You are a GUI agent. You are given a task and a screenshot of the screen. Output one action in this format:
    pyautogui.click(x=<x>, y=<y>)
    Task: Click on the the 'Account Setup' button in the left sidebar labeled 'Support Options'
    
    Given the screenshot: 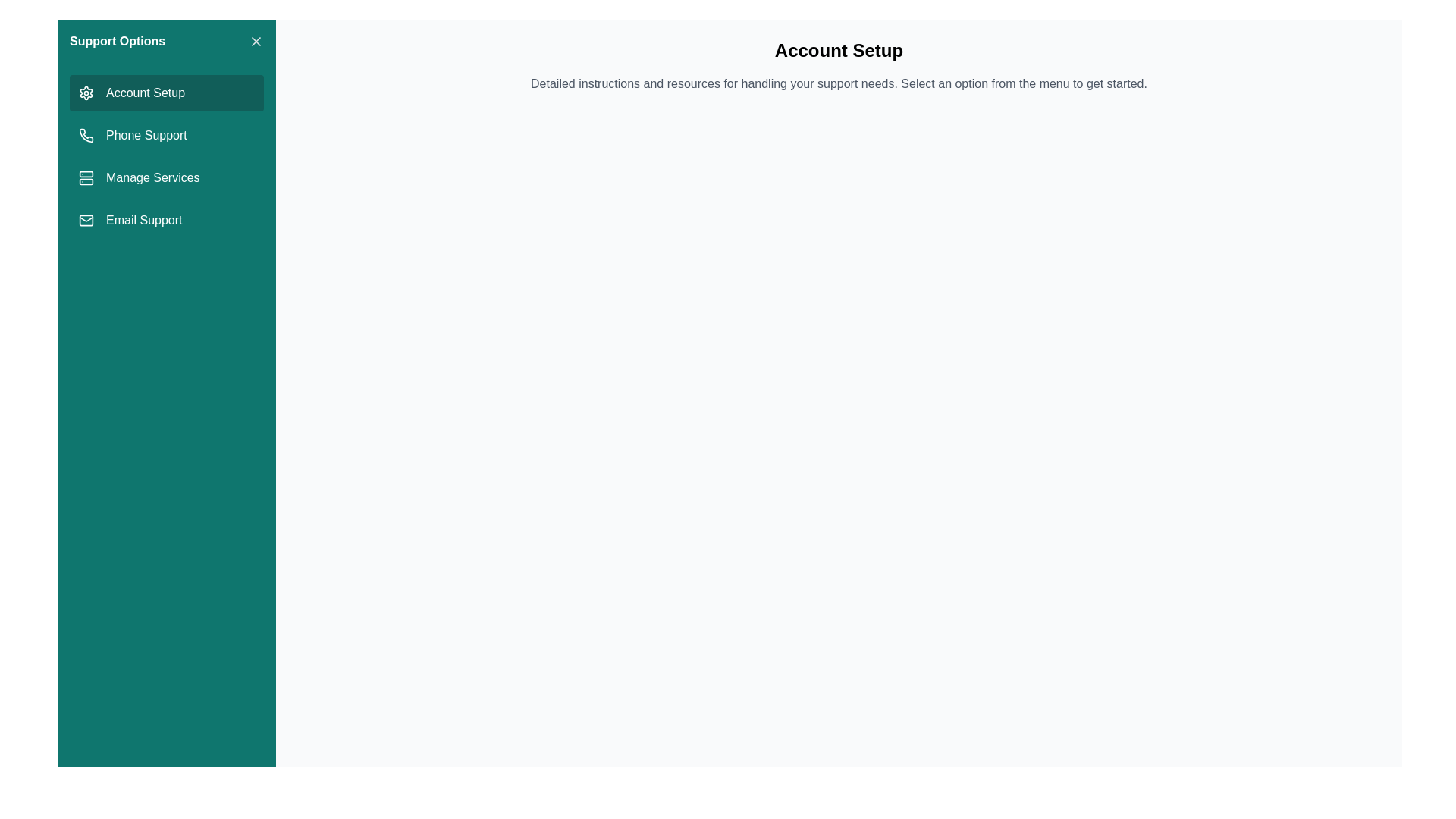 What is the action you would take?
    pyautogui.click(x=167, y=93)
    